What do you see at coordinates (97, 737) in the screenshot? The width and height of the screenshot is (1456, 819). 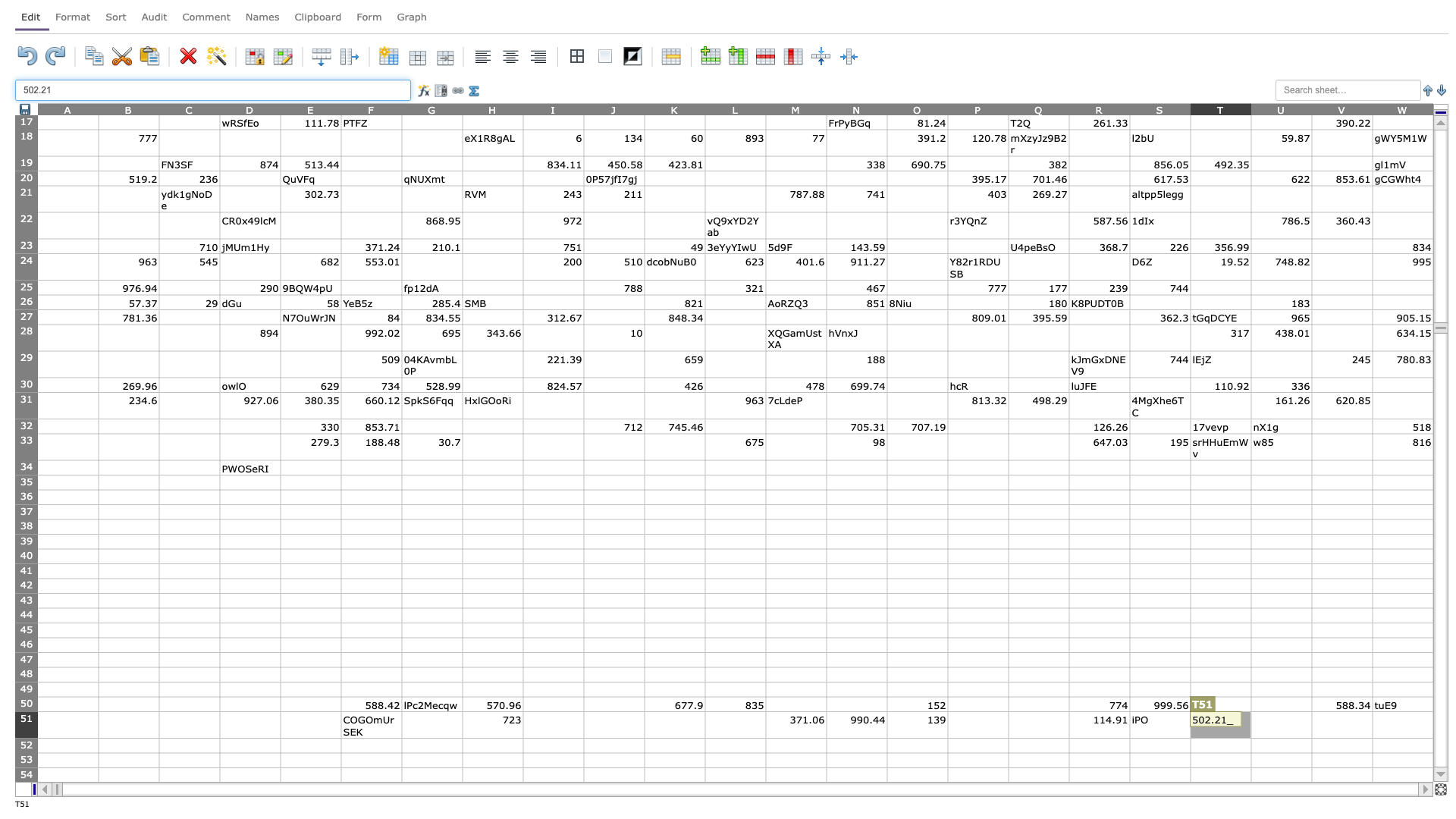 I see `top left corner of B52` at bounding box center [97, 737].